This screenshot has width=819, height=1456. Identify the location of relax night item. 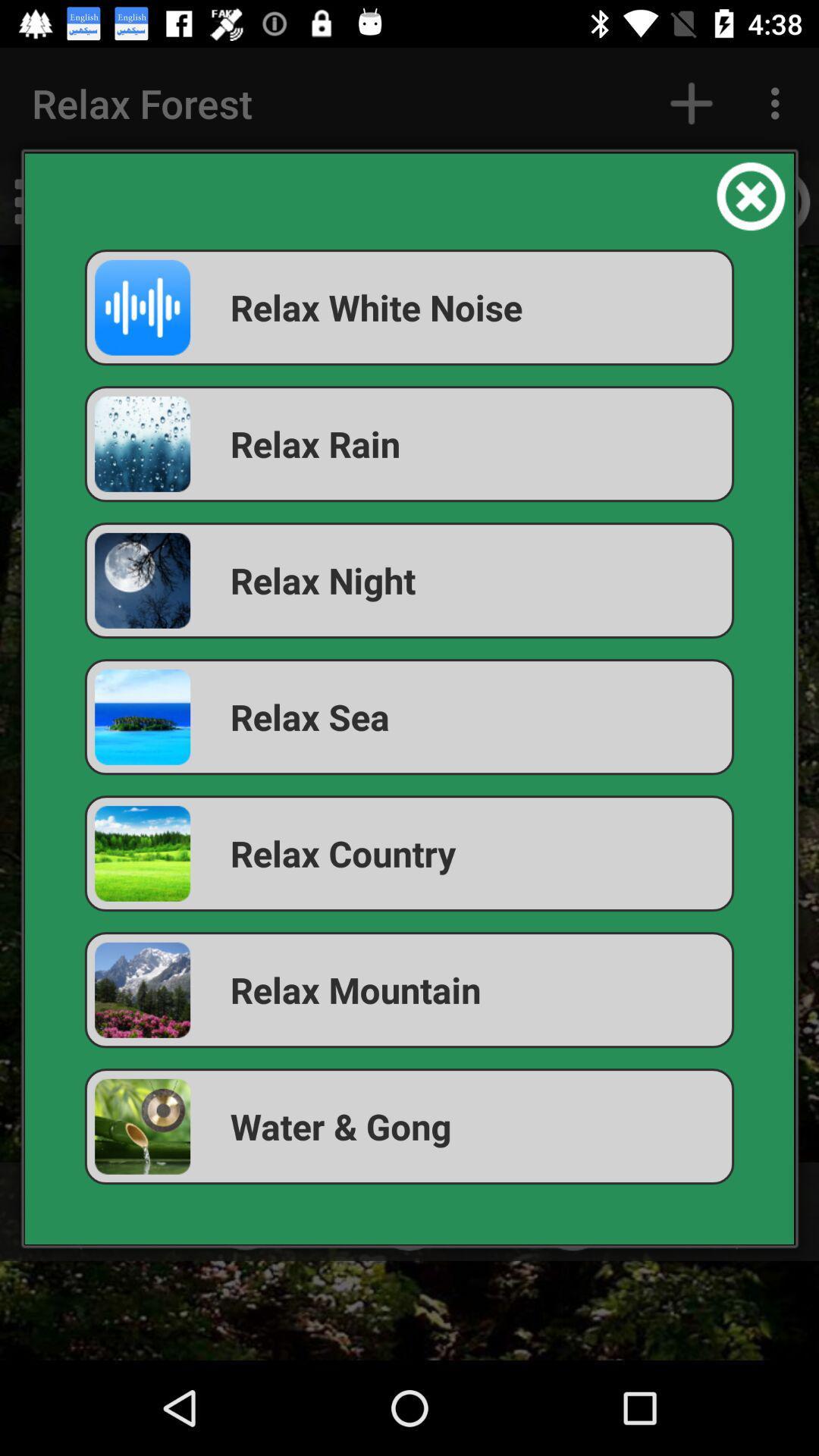
(409, 579).